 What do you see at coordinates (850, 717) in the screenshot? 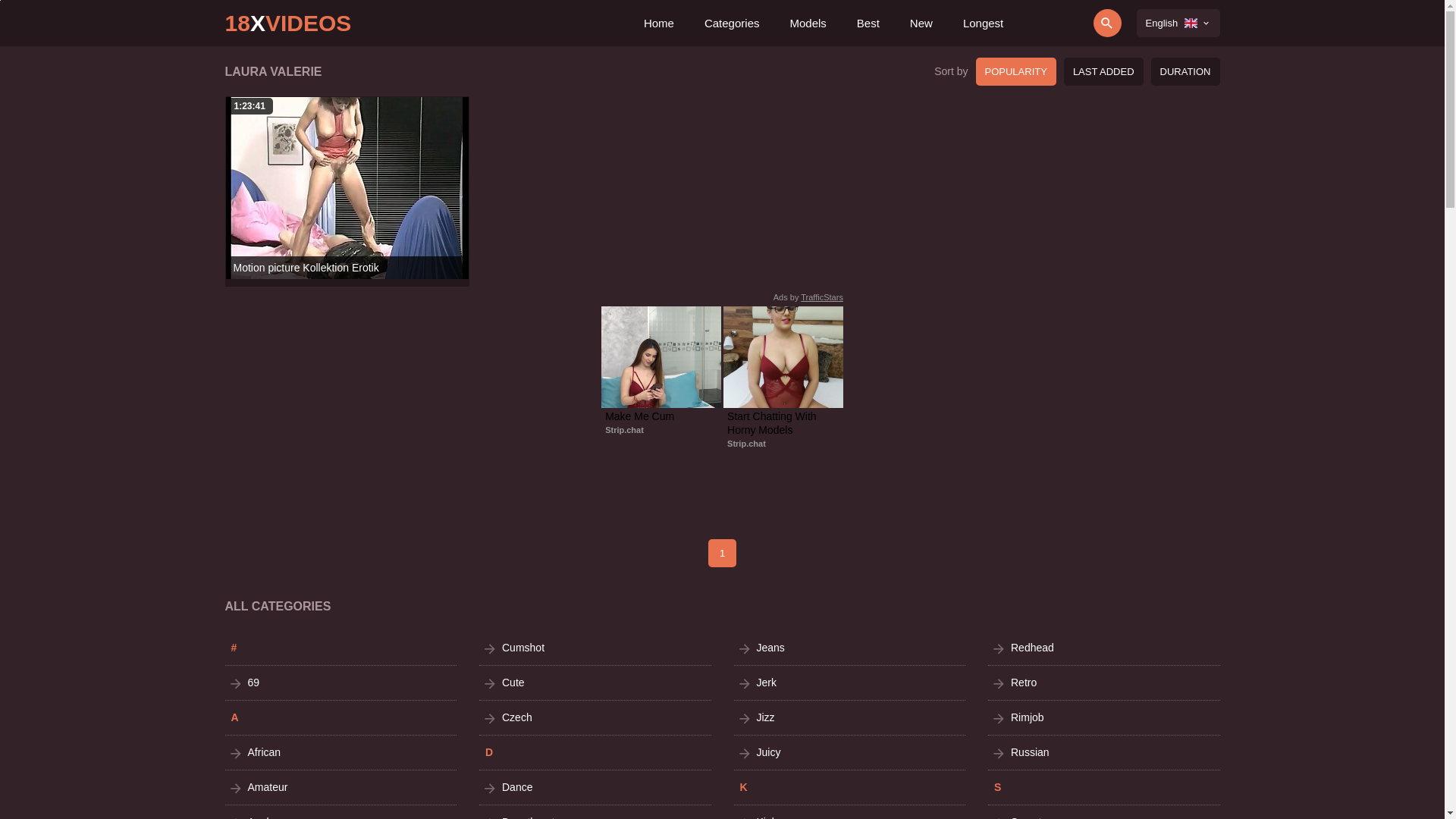
I see `'Jizz'` at bounding box center [850, 717].